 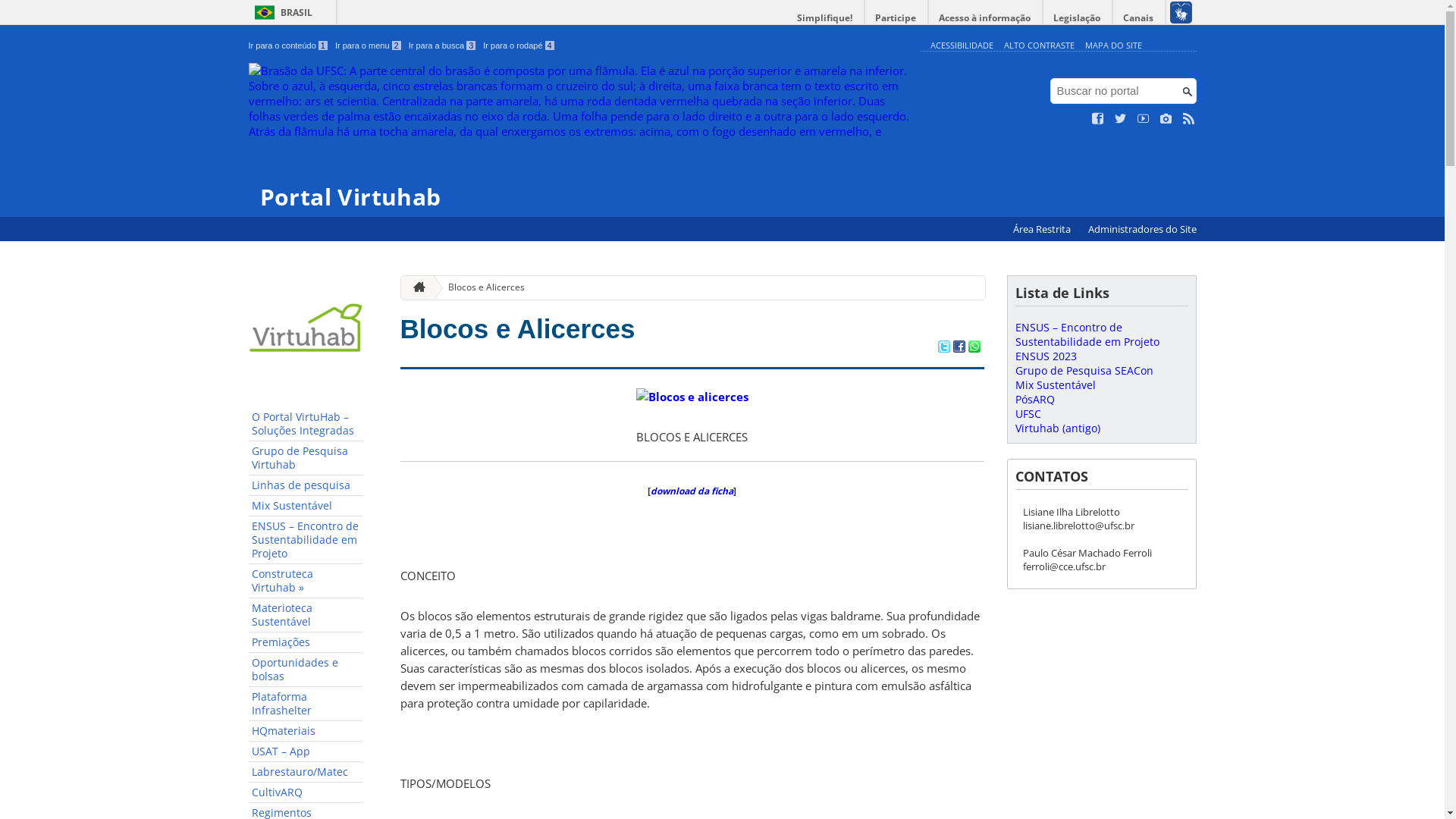 What do you see at coordinates (305, 730) in the screenshot?
I see `'HQmateriais'` at bounding box center [305, 730].